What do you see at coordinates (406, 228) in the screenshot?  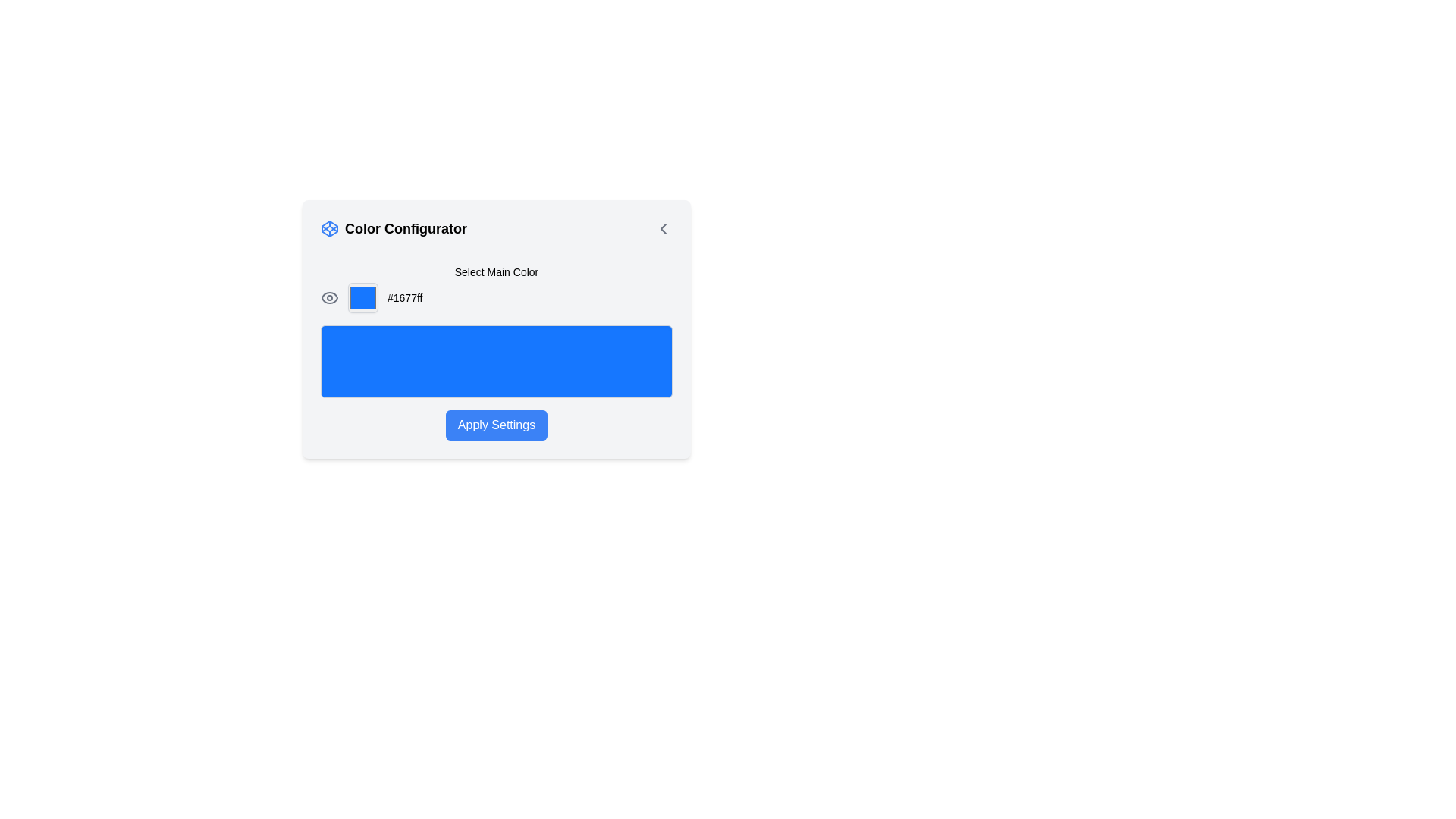 I see `the 'Color Configurator' text label located at the top of the panel, which serves as a title for the UI section that follows` at bounding box center [406, 228].